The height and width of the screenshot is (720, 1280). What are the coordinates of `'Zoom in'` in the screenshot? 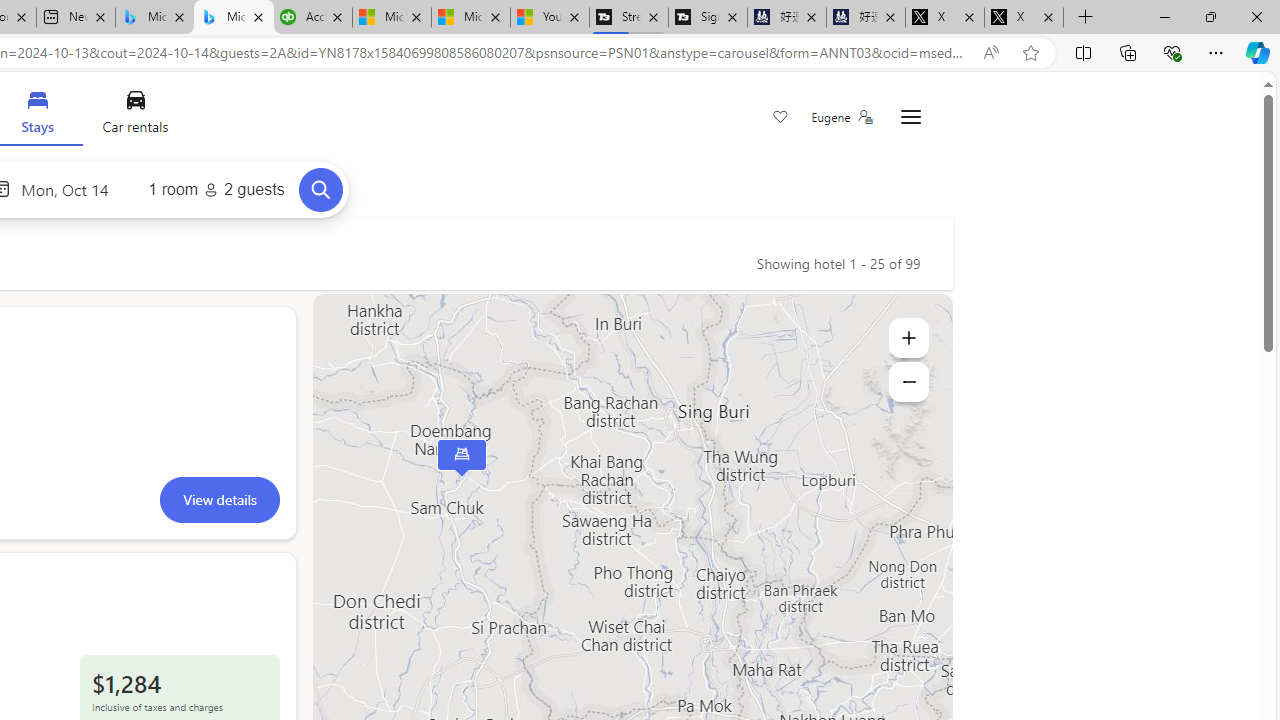 It's located at (907, 337).